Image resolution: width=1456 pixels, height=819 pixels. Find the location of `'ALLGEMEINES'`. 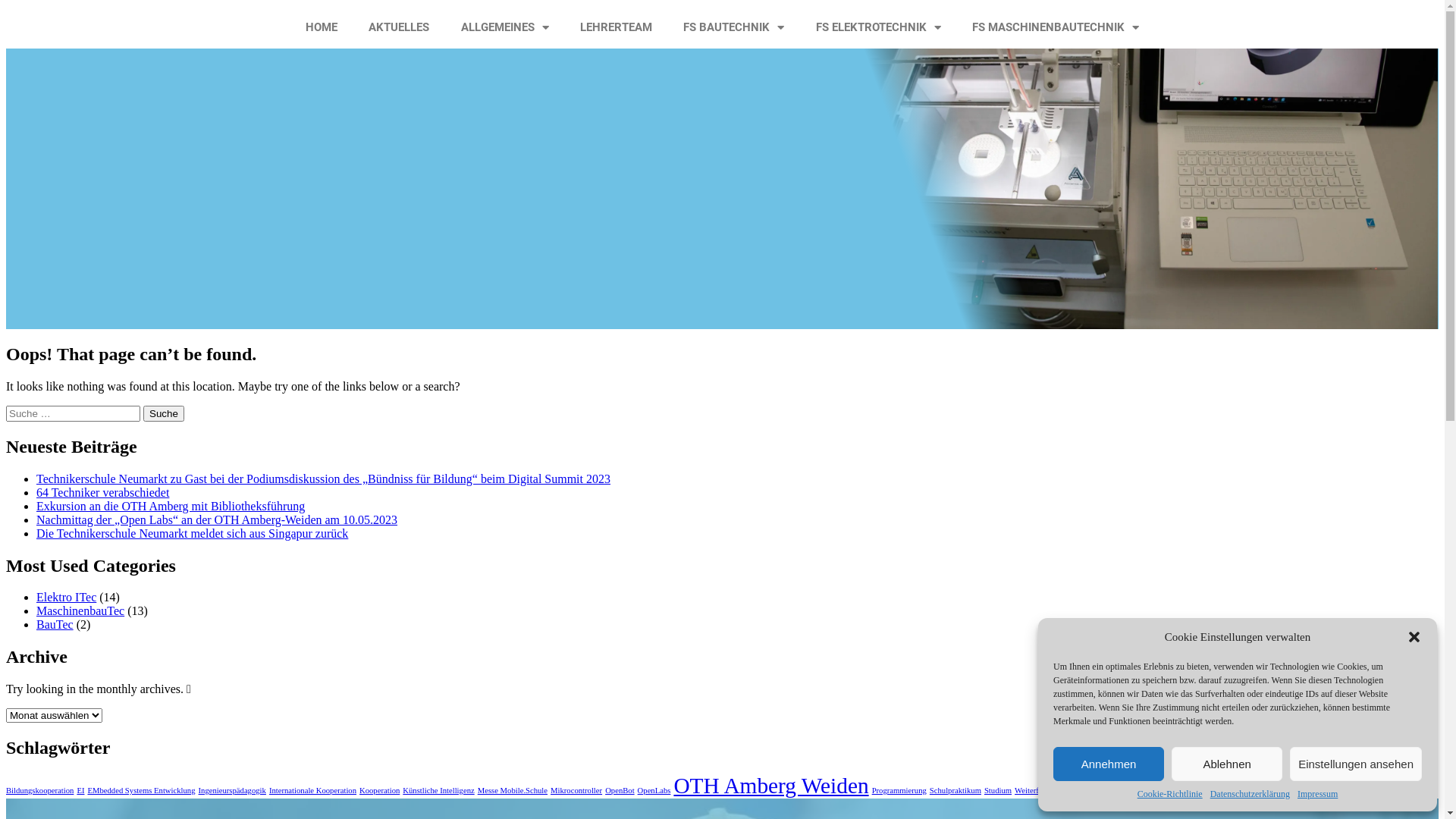

'ALLGEMEINES' is located at coordinates (504, 27).